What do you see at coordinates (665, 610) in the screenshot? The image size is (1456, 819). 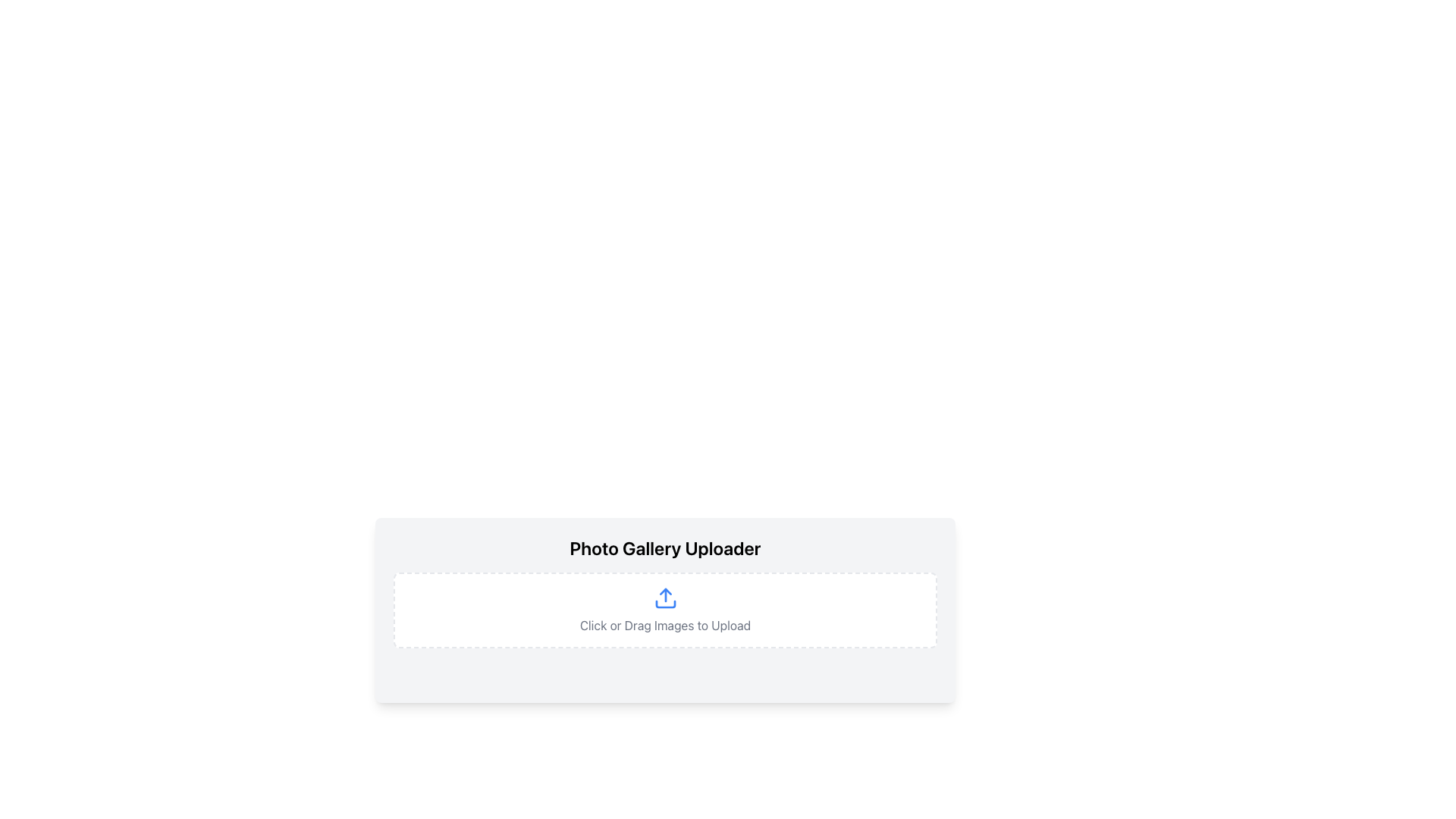 I see `the File input area with dashed borders that contains an upload icon and the text 'Click or Drag Images to Upload'` at bounding box center [665, 610].